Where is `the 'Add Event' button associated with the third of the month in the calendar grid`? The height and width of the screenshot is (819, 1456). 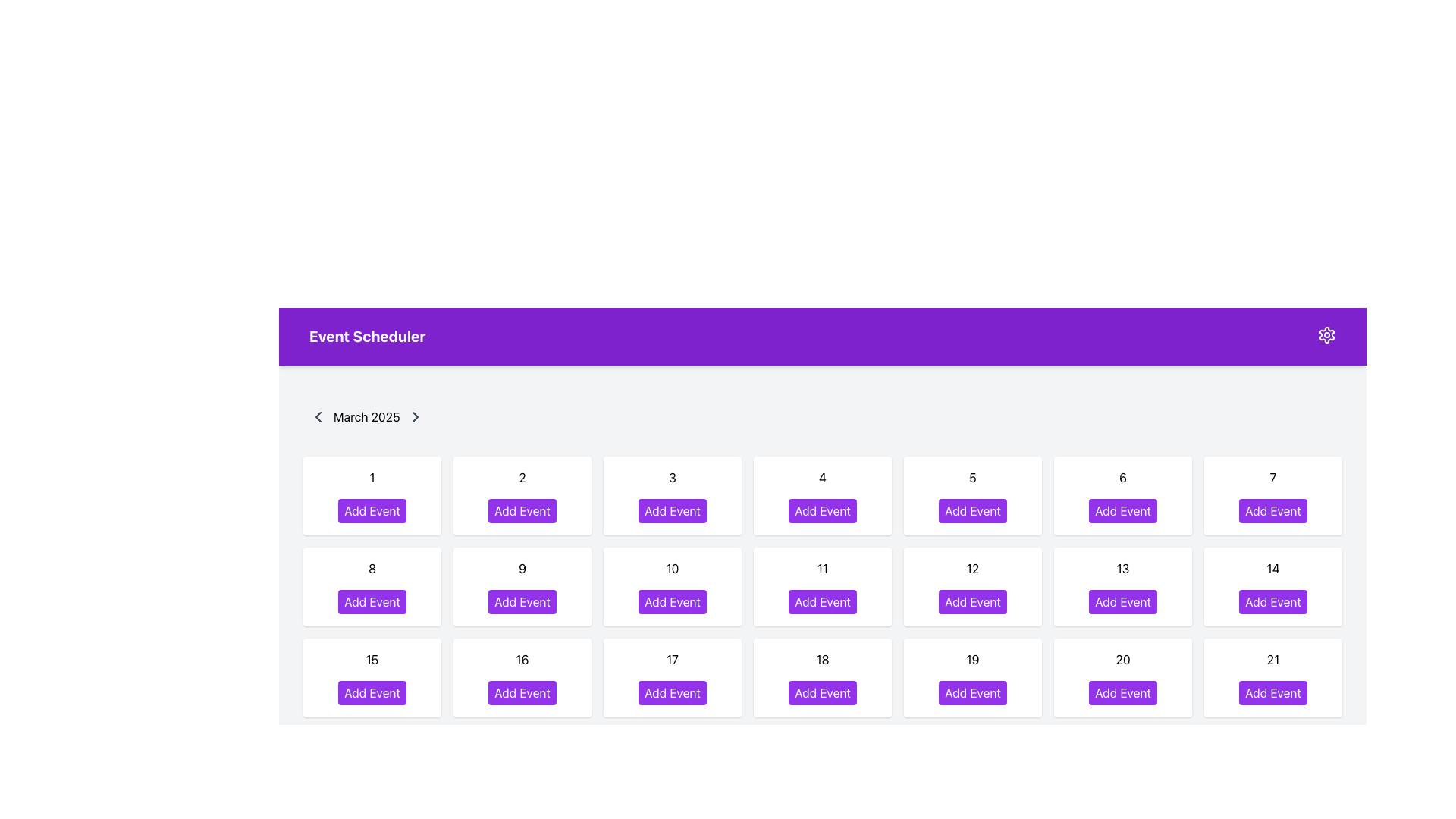 the 'Add Event' button associated with the third of the month in the calendar grid is located at coordinates (672, 511).